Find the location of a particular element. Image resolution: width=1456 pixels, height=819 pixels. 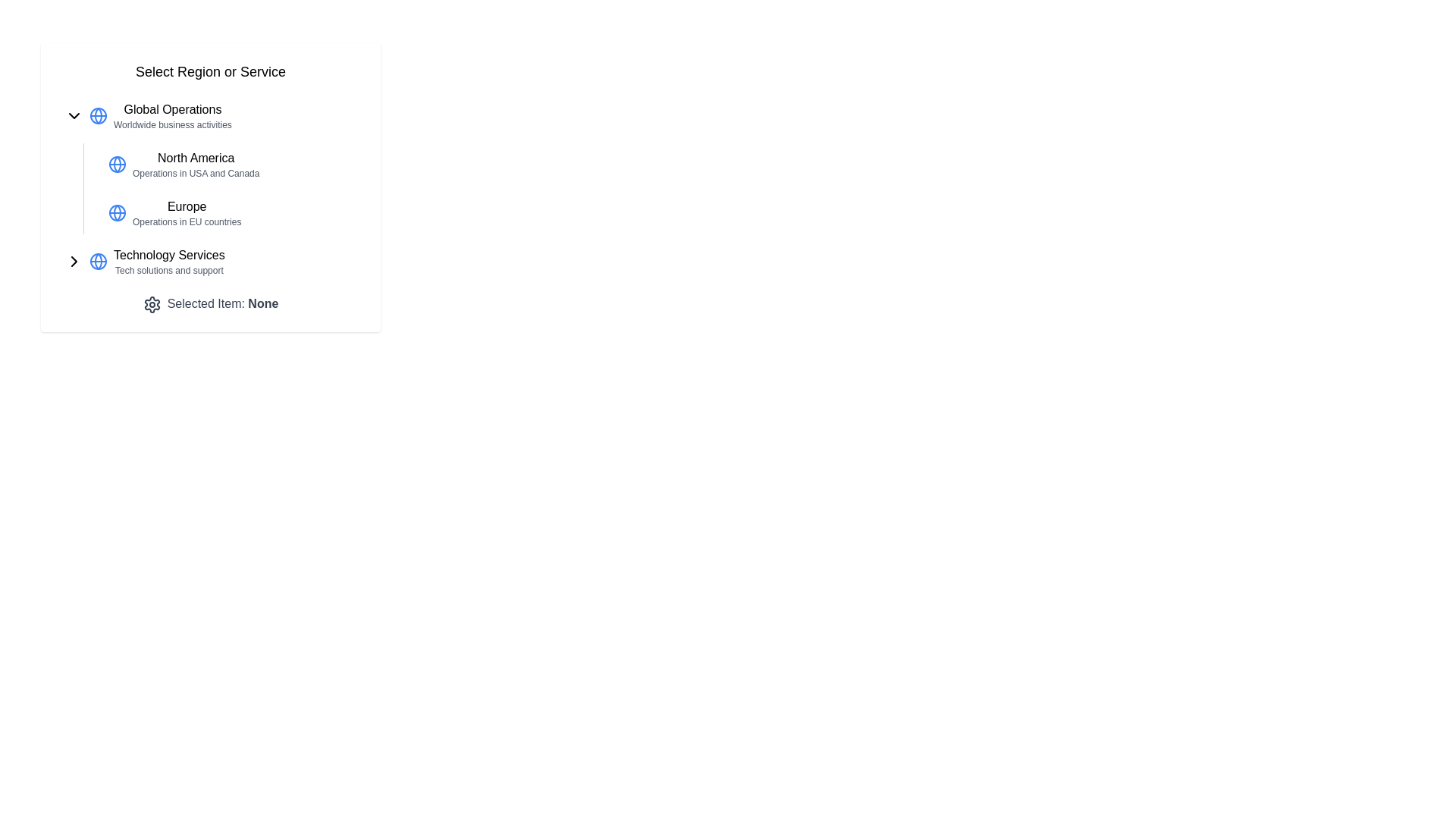

the first selectable region option under the 'Global Operations' category is located at coordinates (195, 164).